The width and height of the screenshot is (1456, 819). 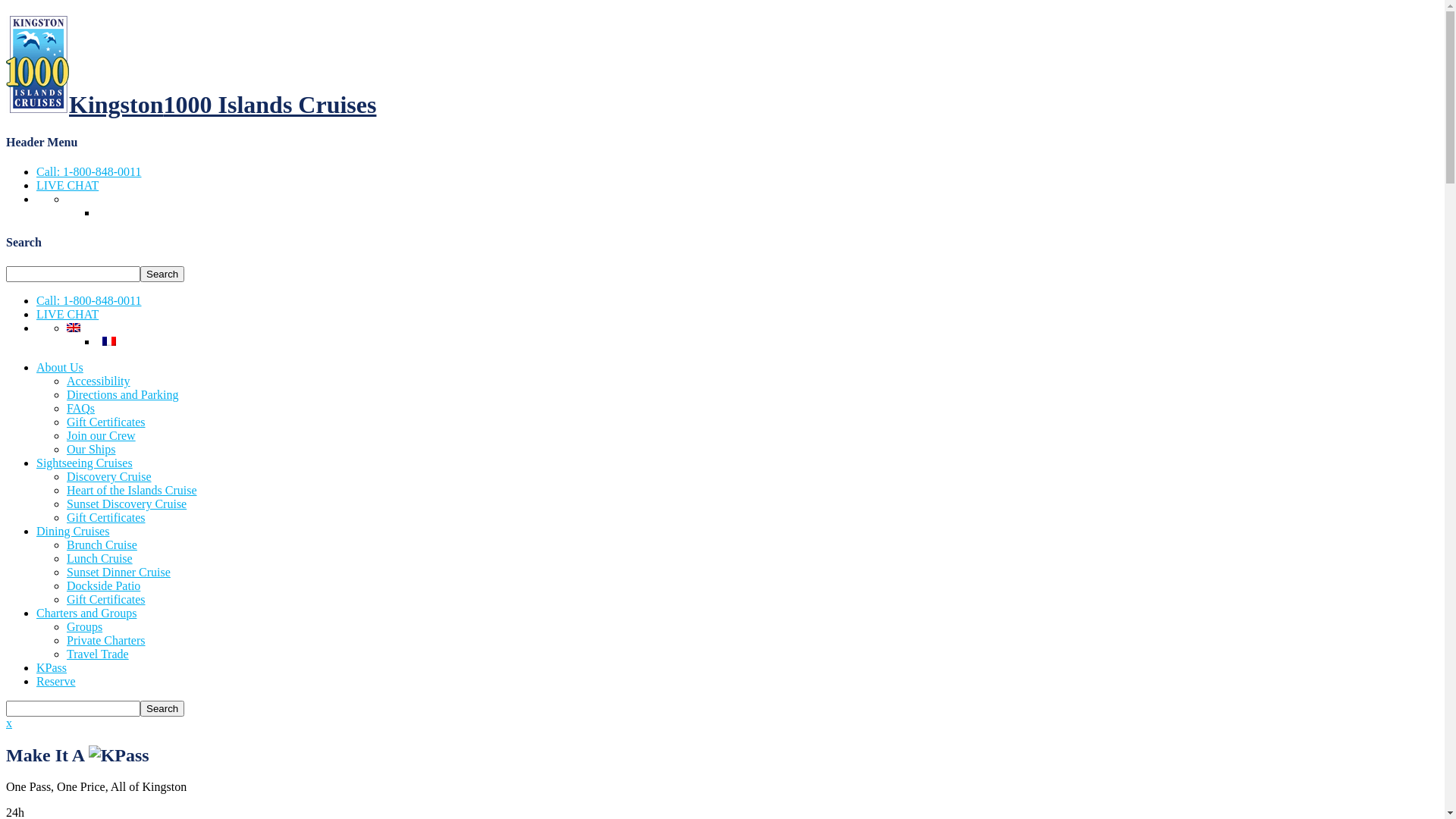 What do you see at coordinates (99, 558) in the screenshot?
I see `'Lunch Cruise'` at bounding box center [99, 558].